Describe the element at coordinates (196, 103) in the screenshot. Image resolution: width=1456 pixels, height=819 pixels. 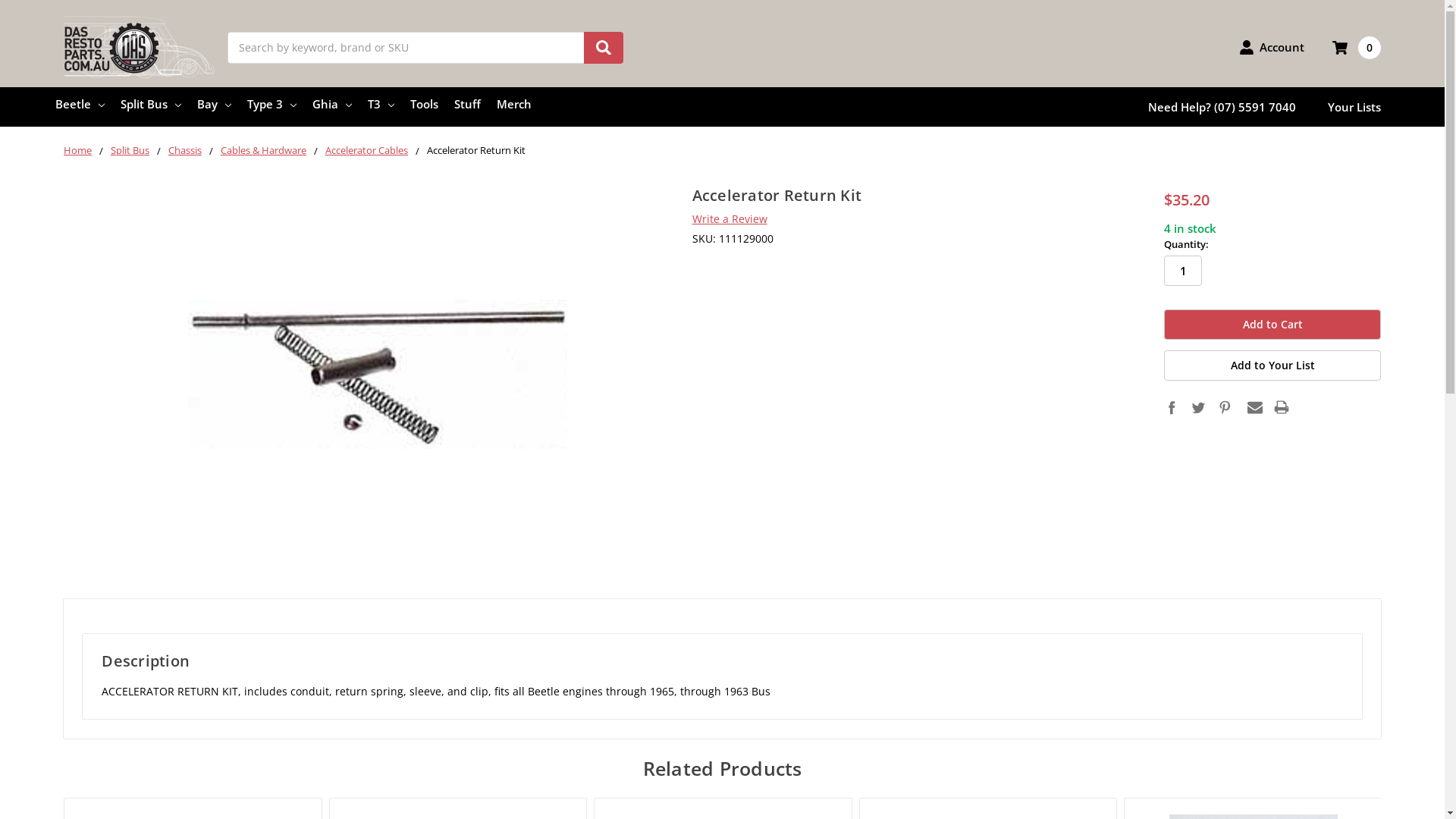
I see `'Bay'` at that location.